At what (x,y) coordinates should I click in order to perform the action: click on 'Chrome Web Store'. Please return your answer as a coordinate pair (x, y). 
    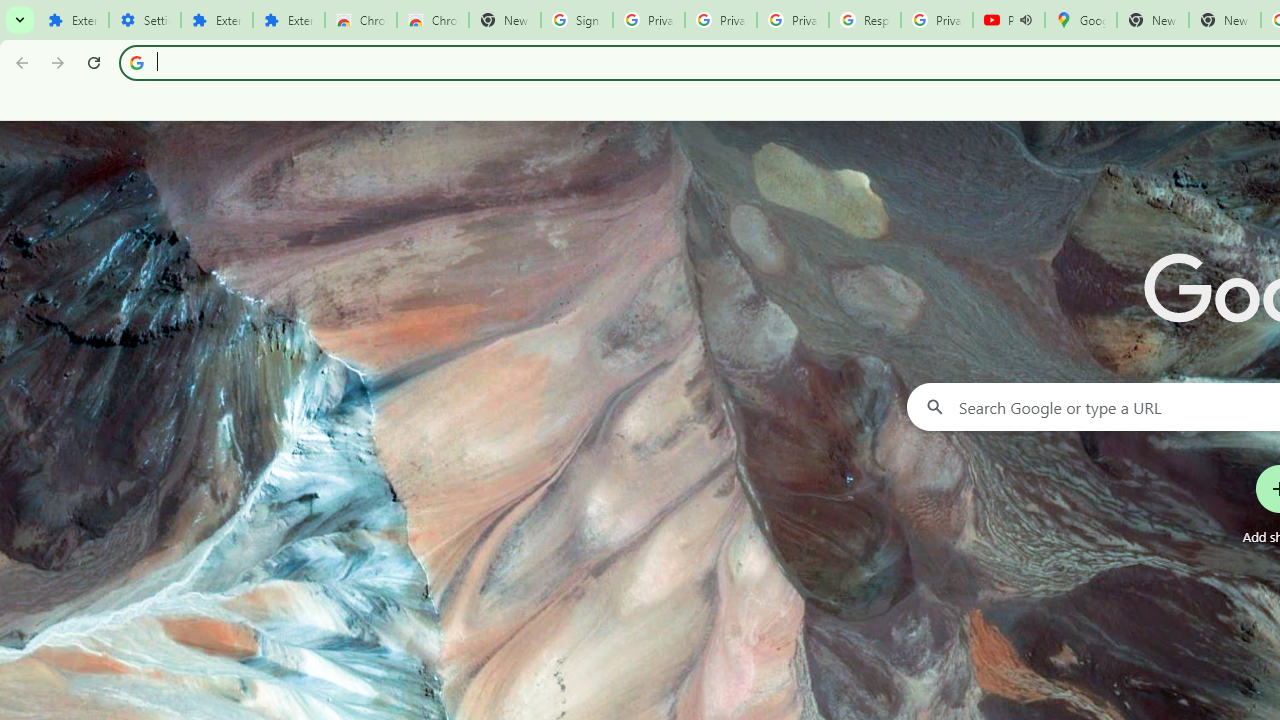
    Looking at the image, I should click on (360, 20).